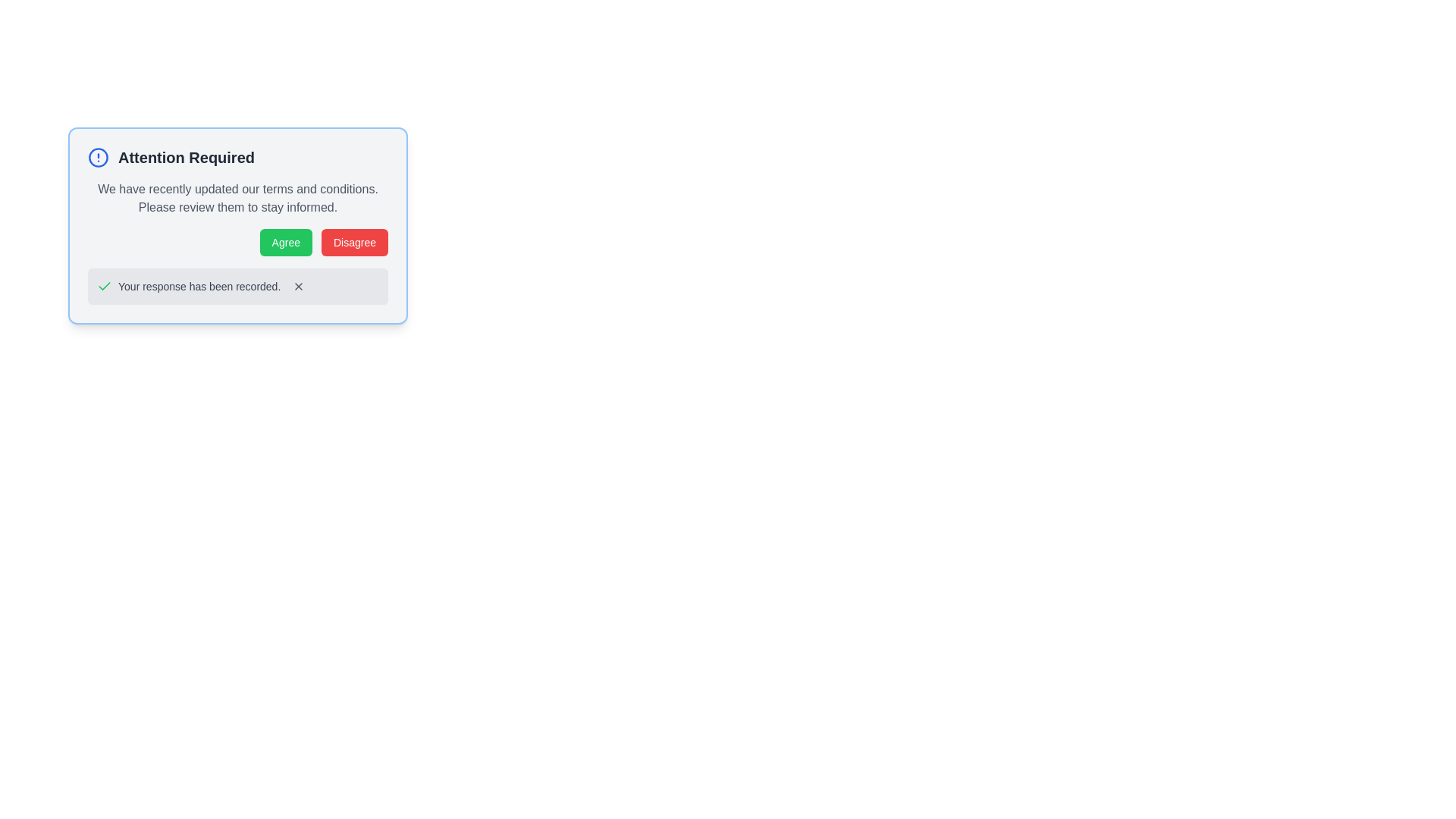 This screenshot has height=819, width=1456. I want to click on text from the 'Attention Required' label which is styled in bold and dark gray color, located at the top center of the modal section, so click(185, 158).